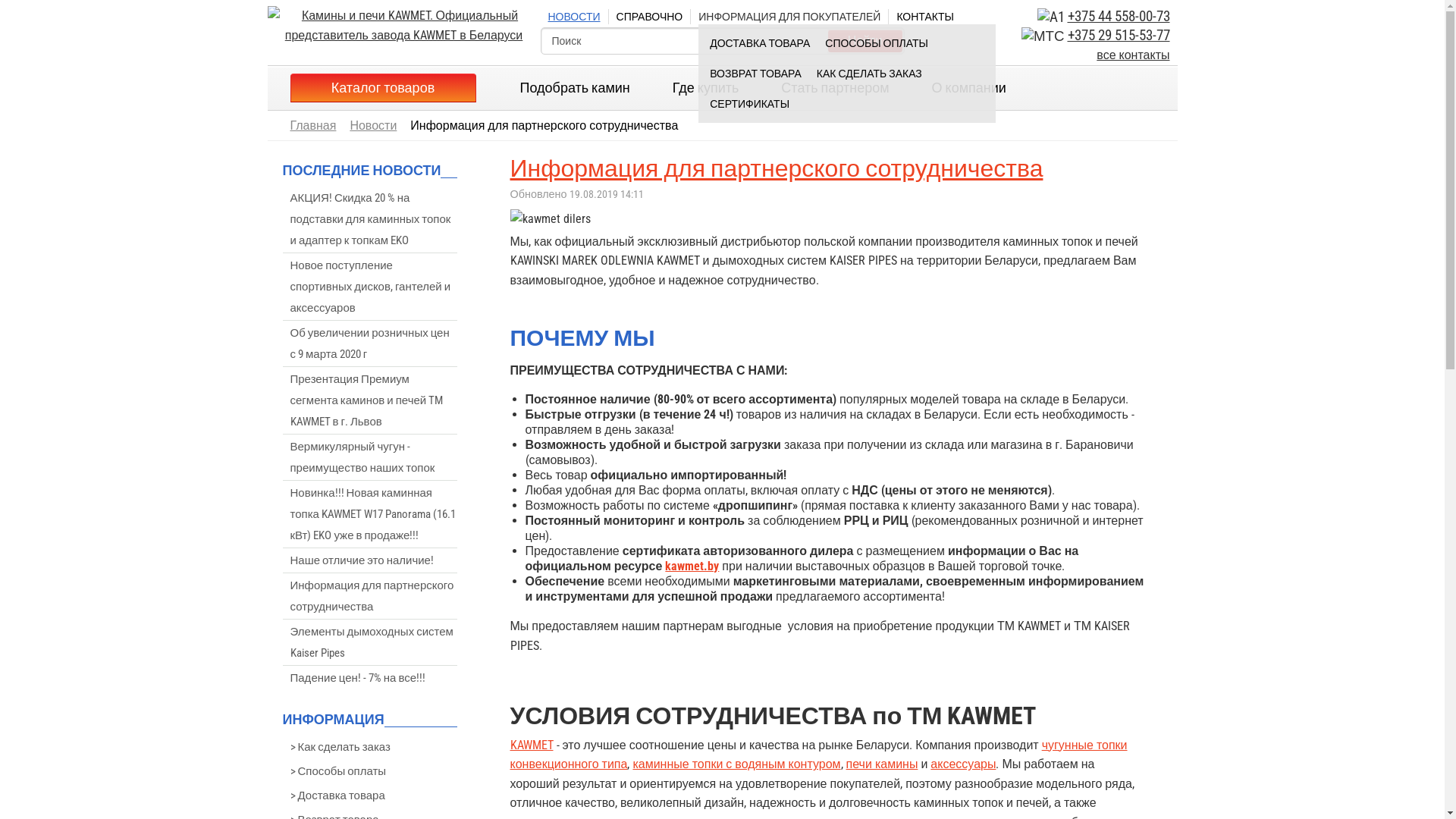 The width and height of the screenshot is (1456, 819). What do you see at coordinates (1119, 34) in the screenshot?
I see `'+375 29 515-53-77'` at bounding box center [1119, 34].